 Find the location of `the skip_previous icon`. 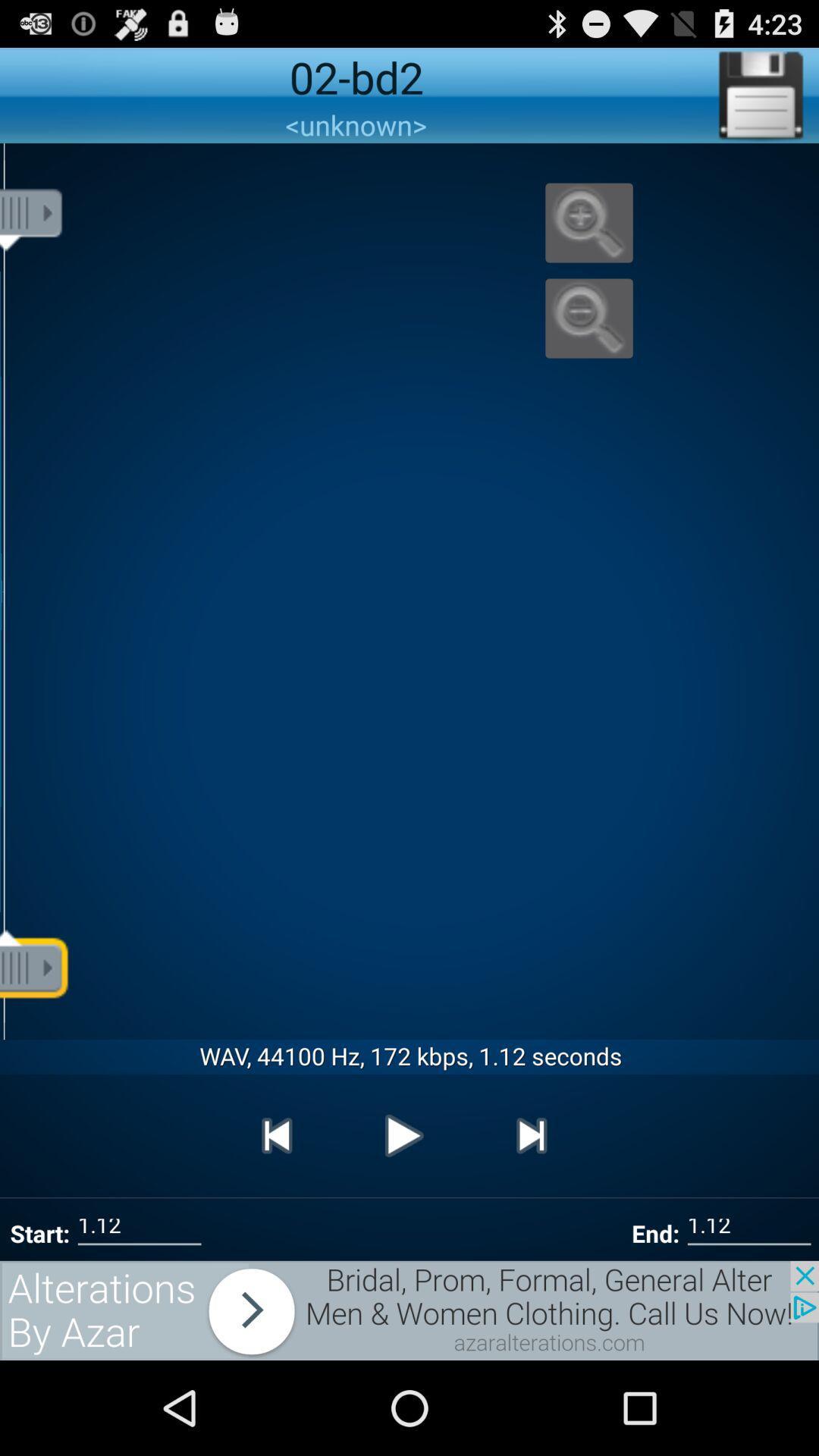

the skip_previous icon is located at coordinates (277, 1216).